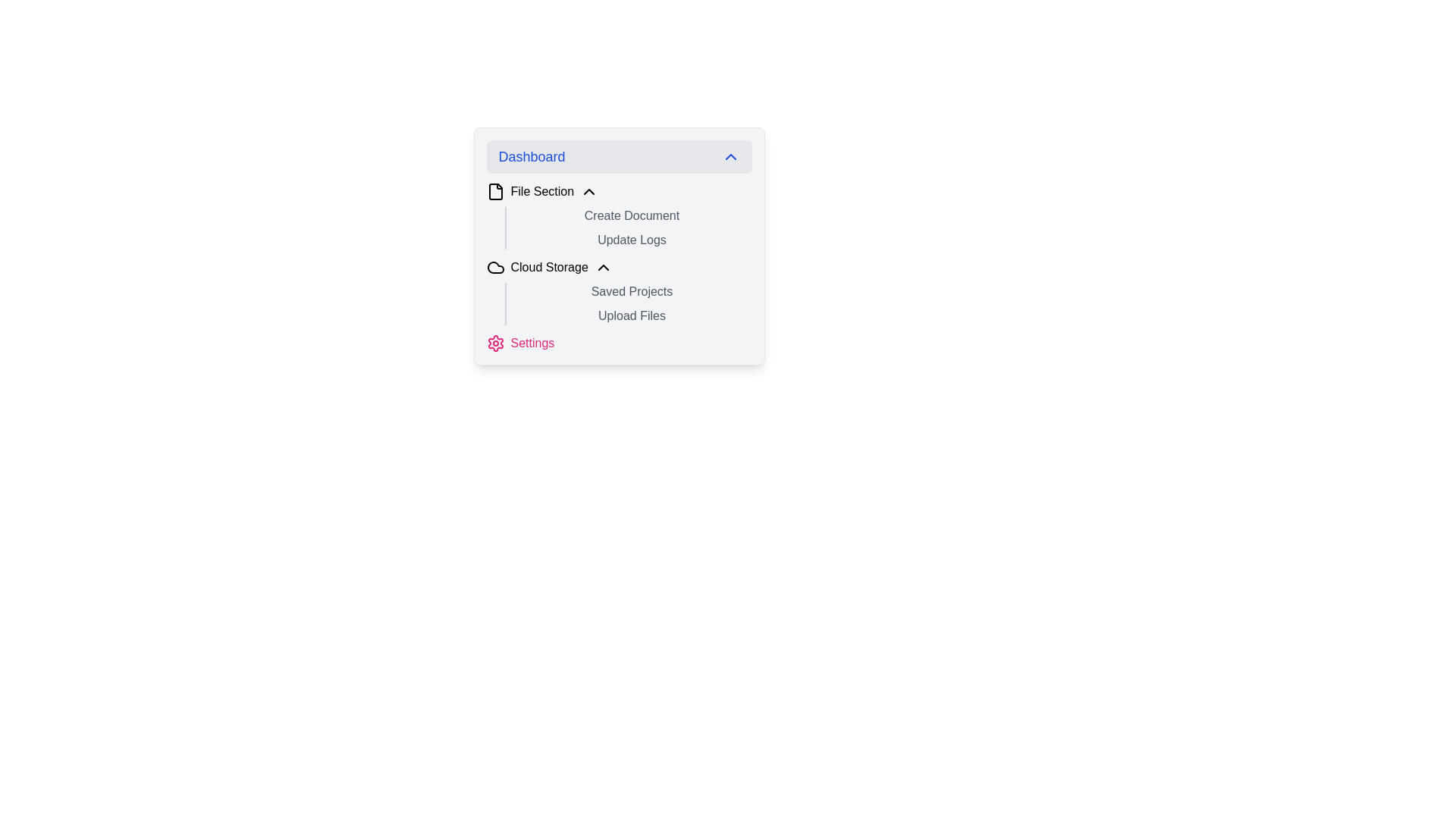 The image size is (1456, 819). What do you see at coordinates (629, 216) in the screenshot?
I see `the 'Create Document' text link located in the File Section group under the Dashboard menu to initiate the creation of a new document` at bounding box center [629, 216].